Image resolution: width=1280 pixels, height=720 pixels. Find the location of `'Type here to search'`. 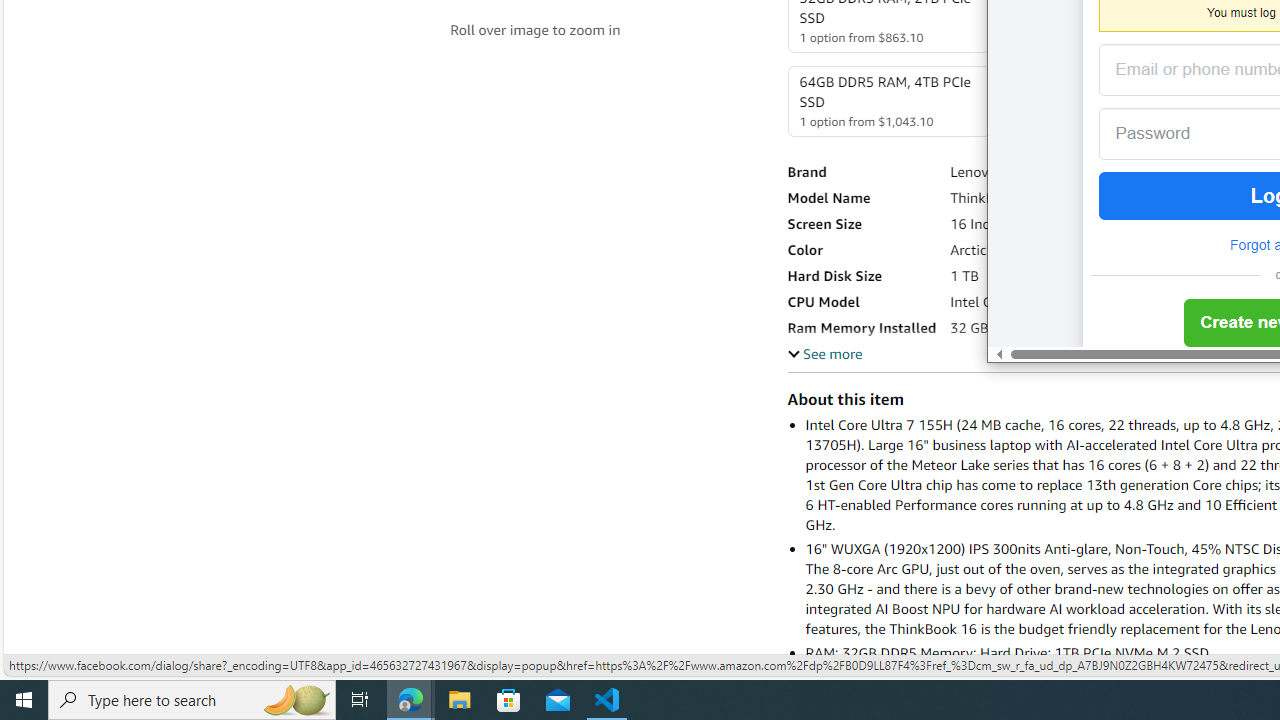

'Type here to search' is located at coordinates (192, 698).